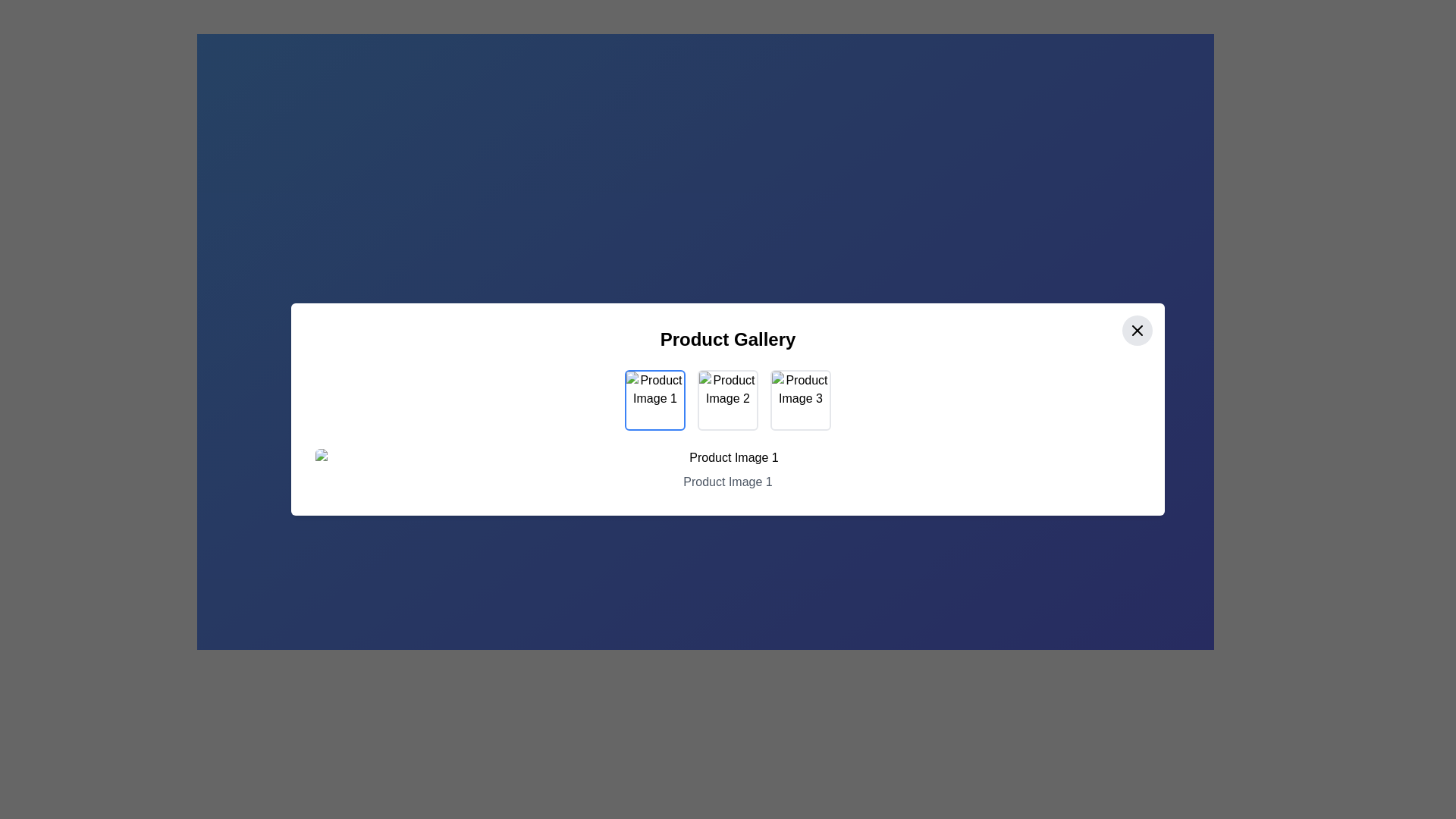 Image resolution: width=1456 pixels, height=819 pixels. What do you see at coordinates (728, 469) in the screenshot?
I see `the title text displayed in the 'Product Gallery' modal dialog, located below the thumbnail images and above the bottom boundary, to interact with it` at bounding box center [728, 469].